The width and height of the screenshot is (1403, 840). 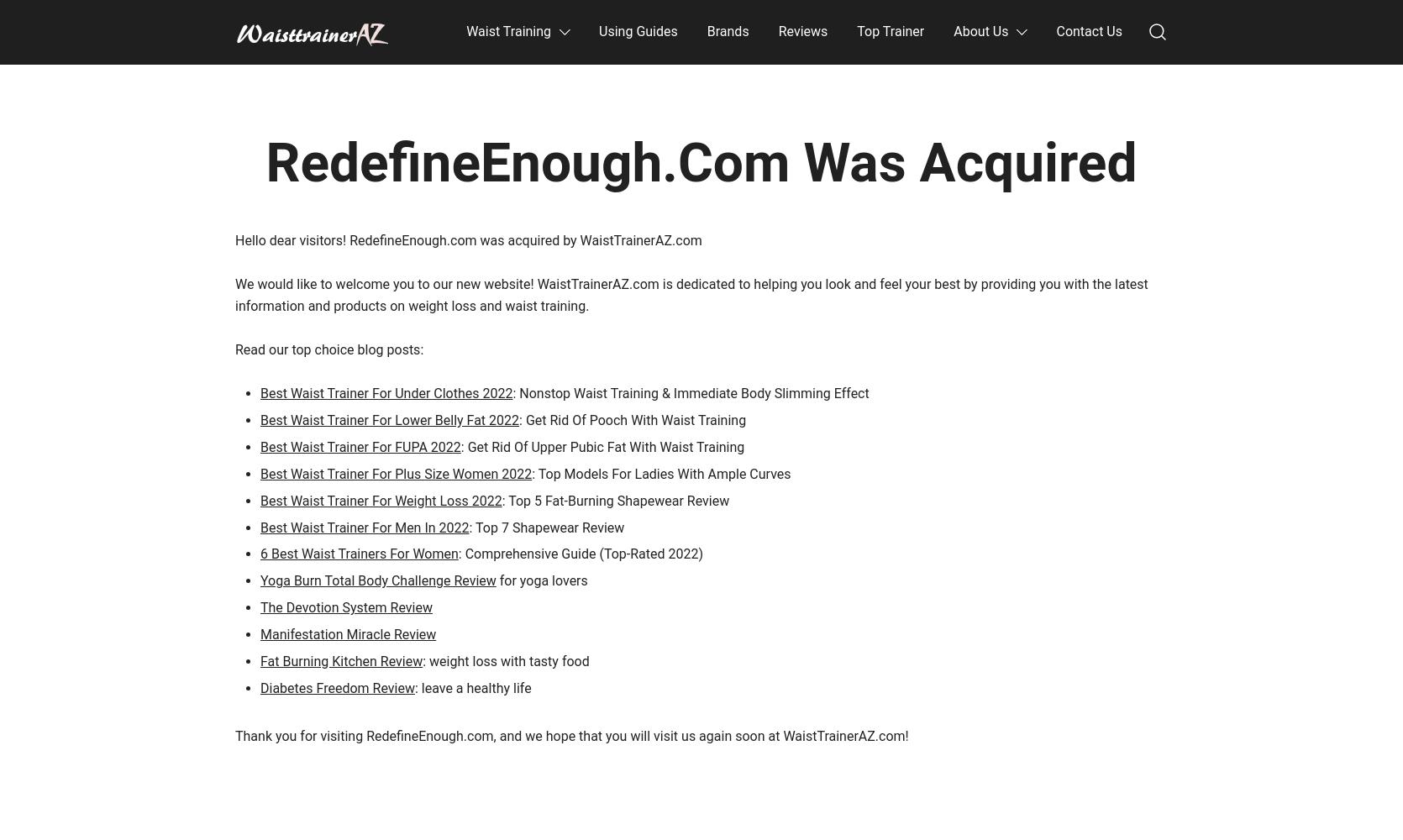 I want to click on 'Thank you for visiting RedefineEnough.com, and we hope that you will visit us again soon at WaistTrainerAZ.com!', so click(x=571, y=735).